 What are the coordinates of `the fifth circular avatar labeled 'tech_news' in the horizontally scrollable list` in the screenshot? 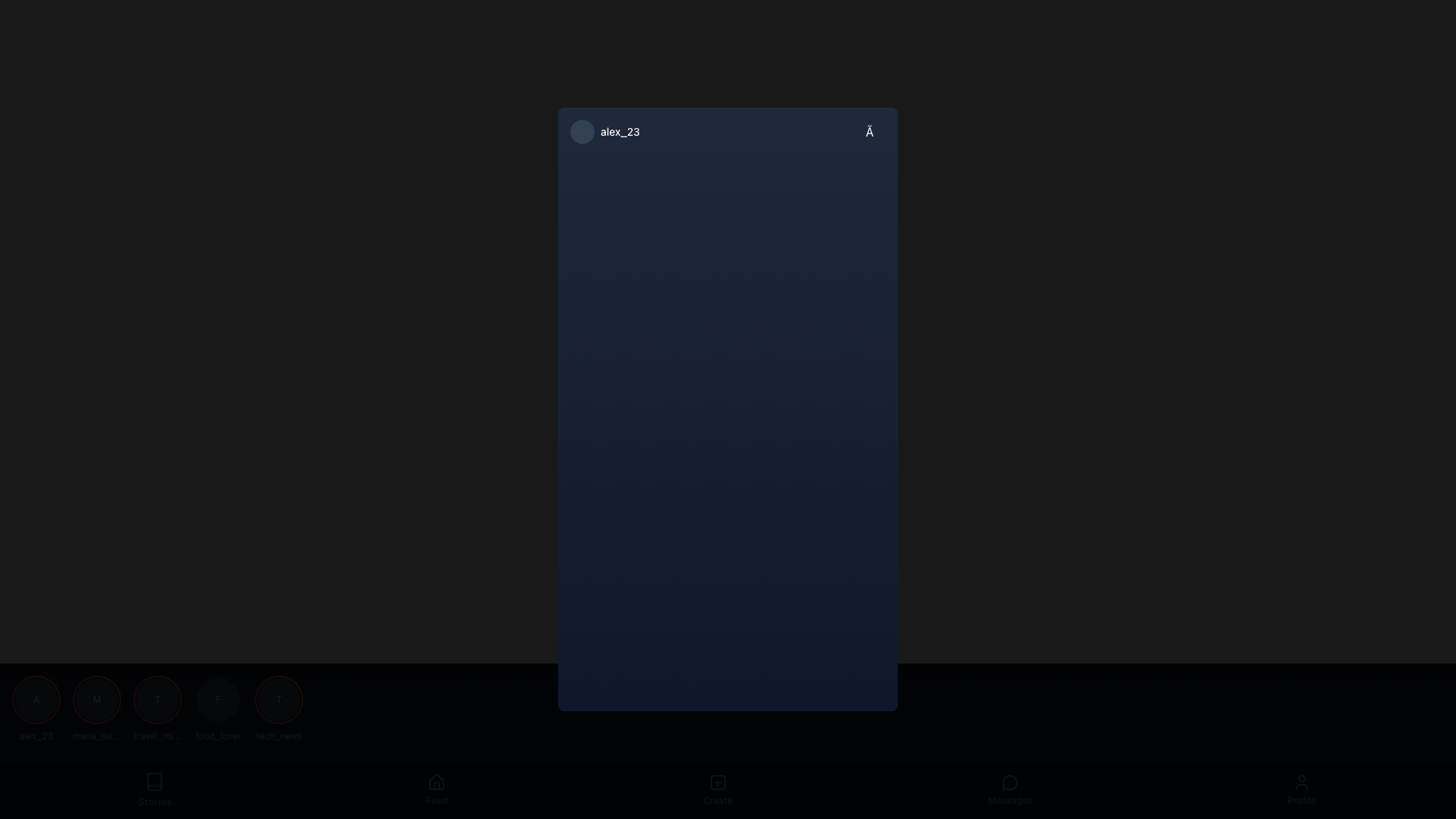 It's located at (279, 708).